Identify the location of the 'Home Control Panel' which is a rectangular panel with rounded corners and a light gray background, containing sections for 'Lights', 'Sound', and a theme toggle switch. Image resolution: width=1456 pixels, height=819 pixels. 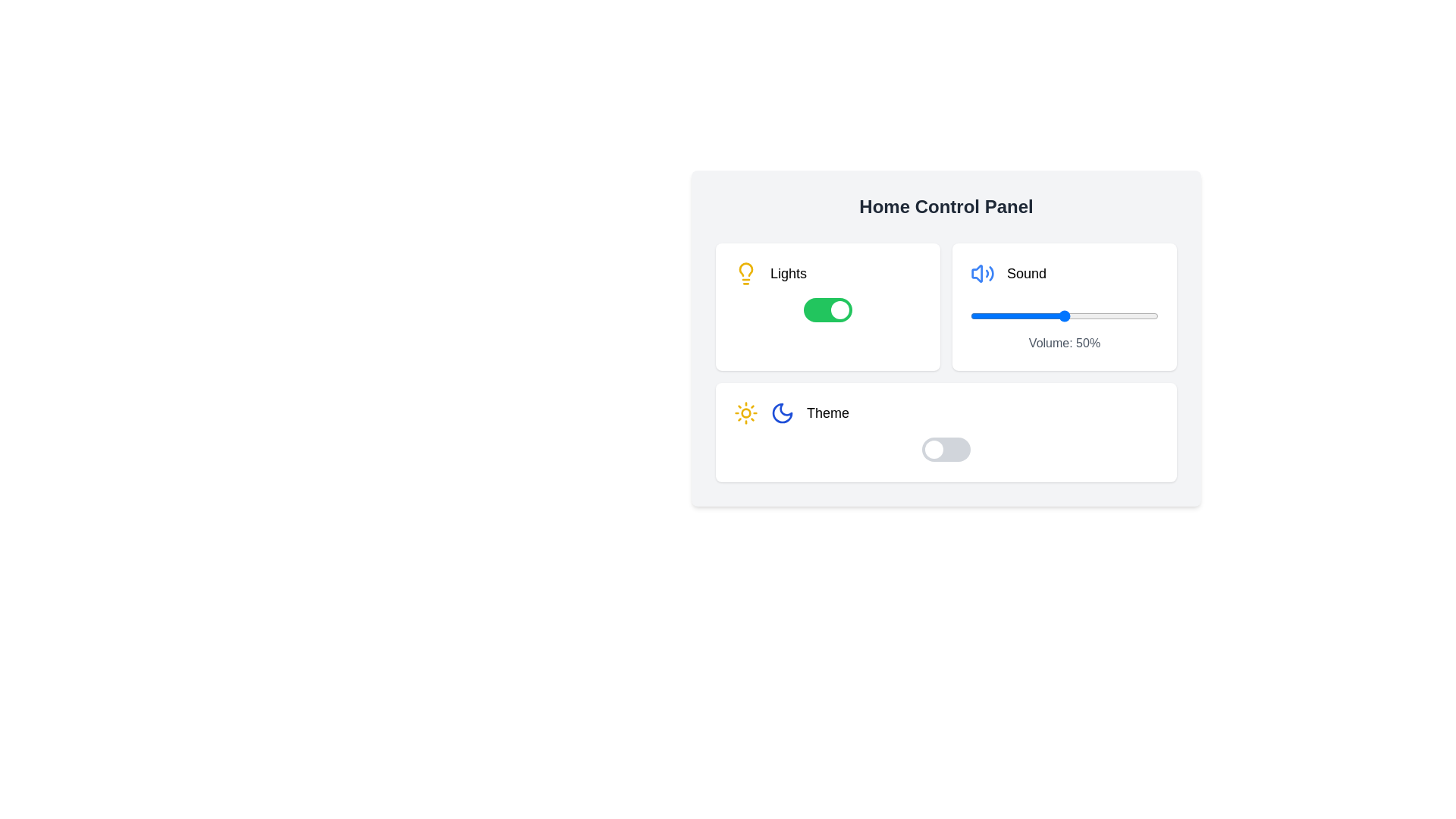
(946, 337).